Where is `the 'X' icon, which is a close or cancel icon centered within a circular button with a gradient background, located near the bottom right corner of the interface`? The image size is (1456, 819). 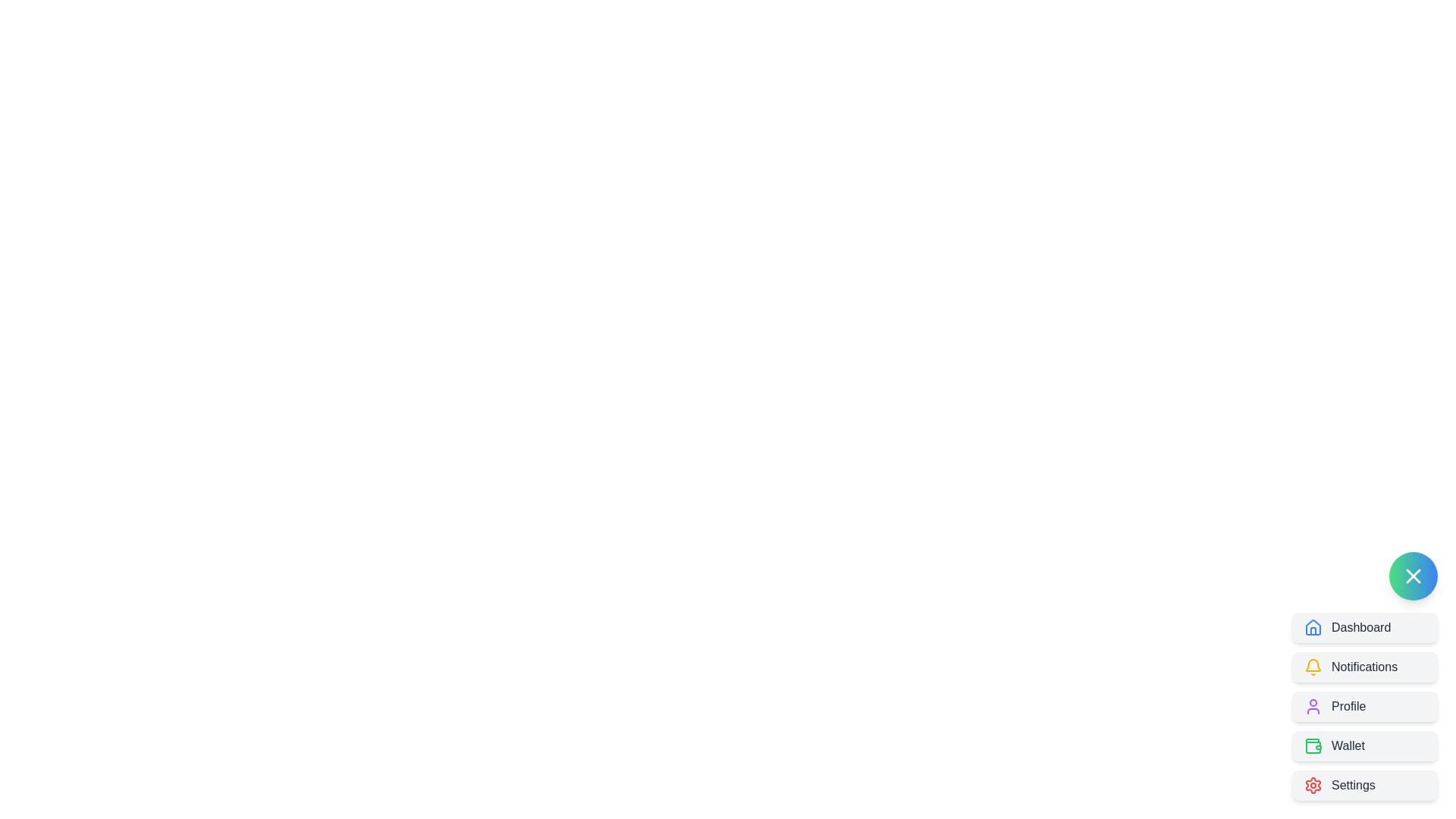 the 'X' icon, which is a close or cancel icon centered within a circular button with a gradient background, located near the bottom right corner of the interface is located at coordinates (1412, 576).